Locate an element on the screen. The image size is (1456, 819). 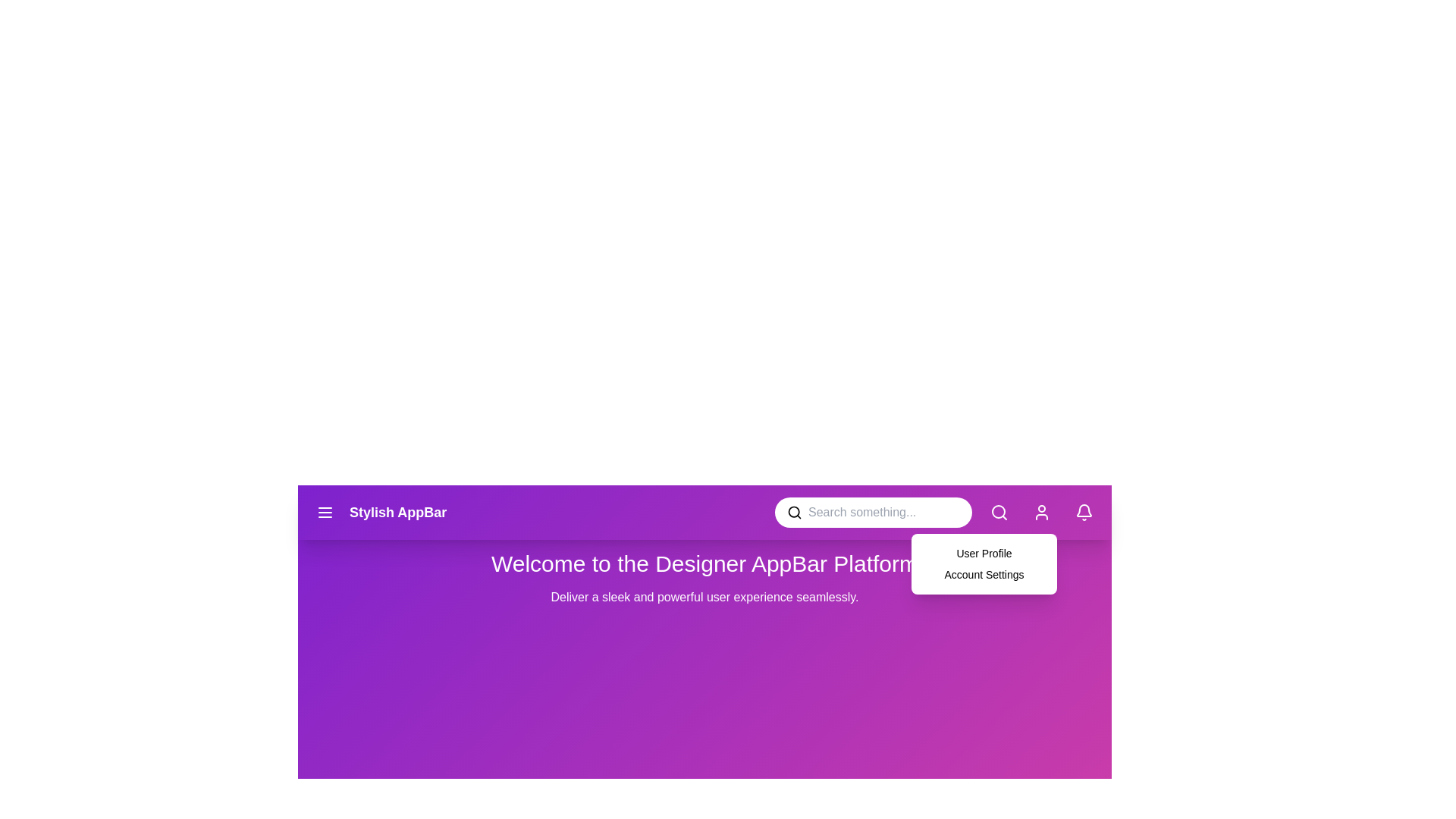
the search bar and type 'example text' is located at coordinates (884, 512).